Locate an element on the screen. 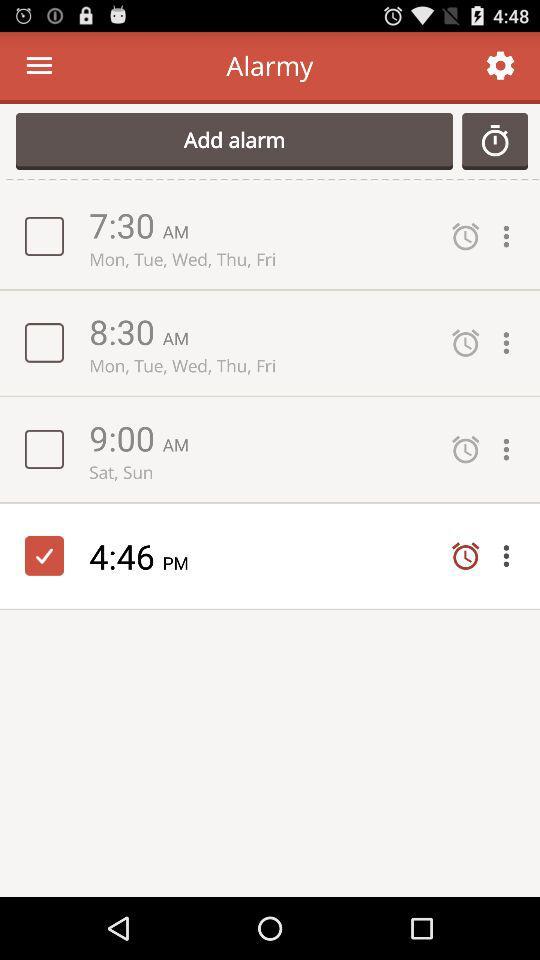  the item to the left of the am is located at coordinates (125, 437).